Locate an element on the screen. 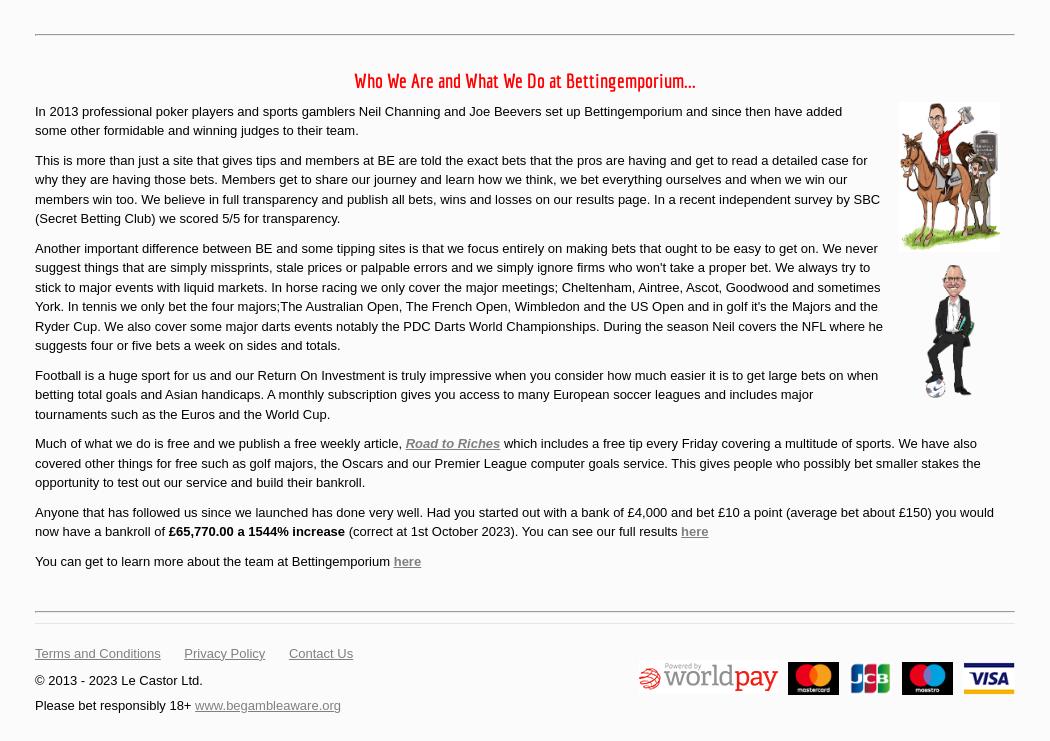 The image size is (1050, 741). 'Road to Riches' is located at coordinates (452, 443).